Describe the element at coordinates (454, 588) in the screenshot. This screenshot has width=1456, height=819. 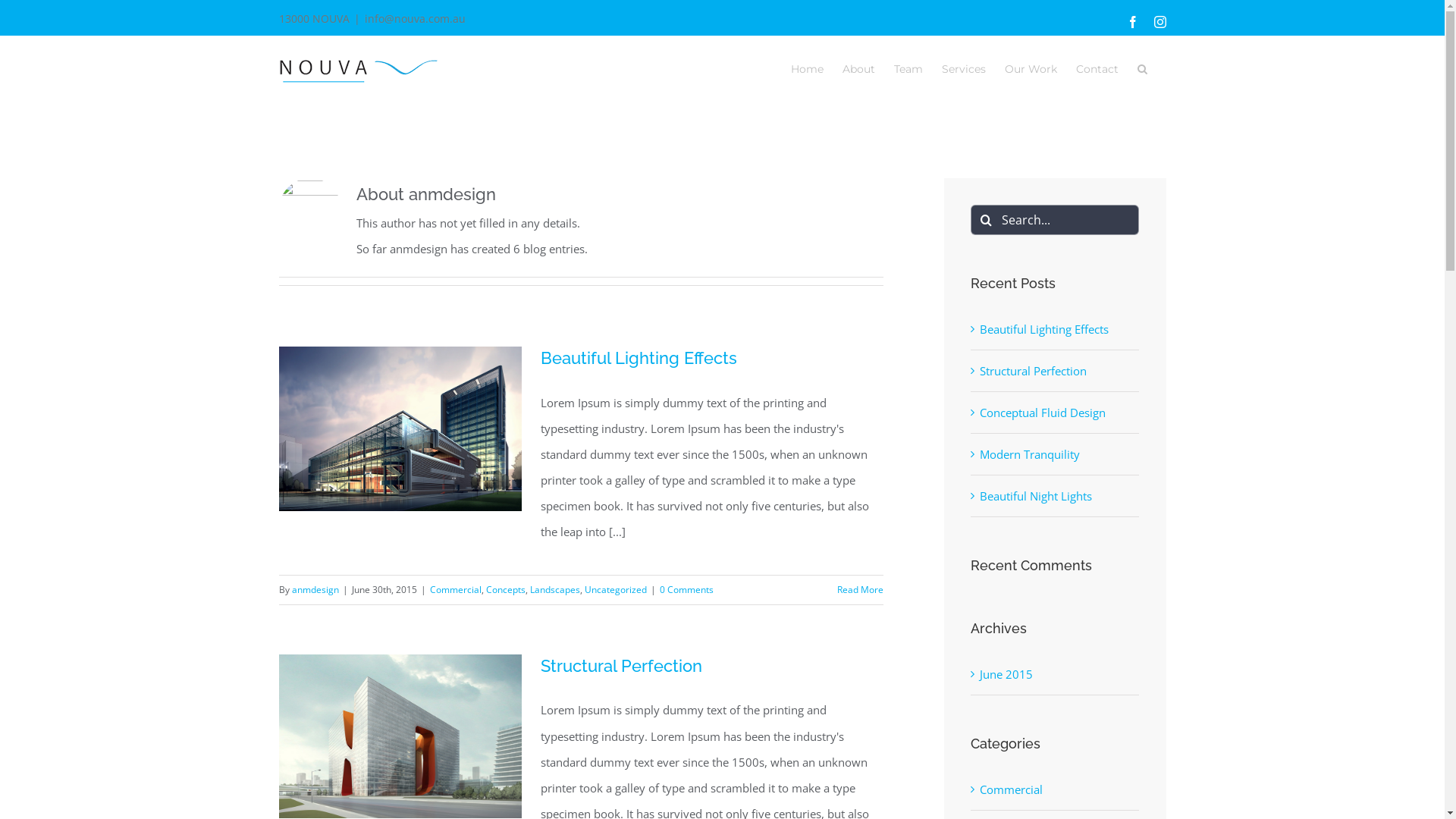
I see `'Commercial'` at that location.